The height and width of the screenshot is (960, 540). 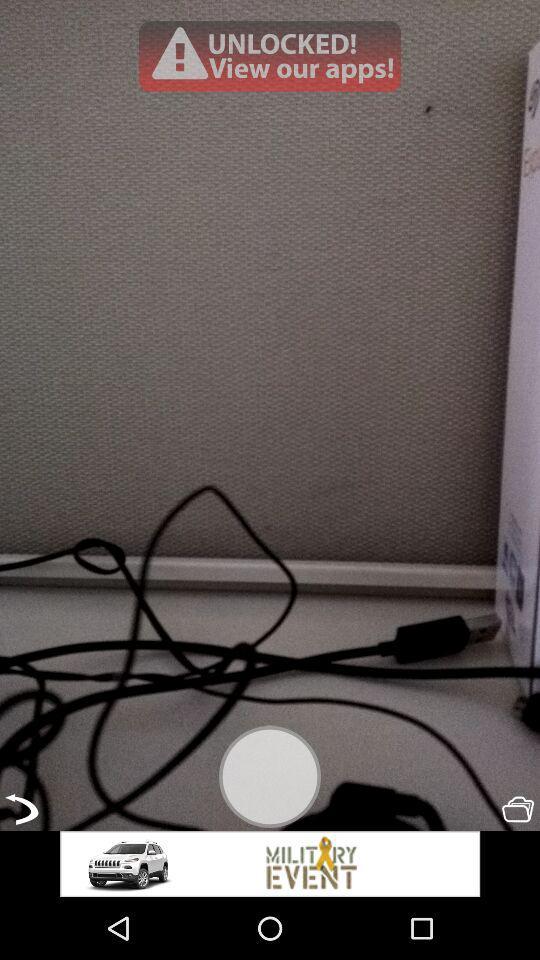 I want to click on rotate photo, so click(x=20, y=809).